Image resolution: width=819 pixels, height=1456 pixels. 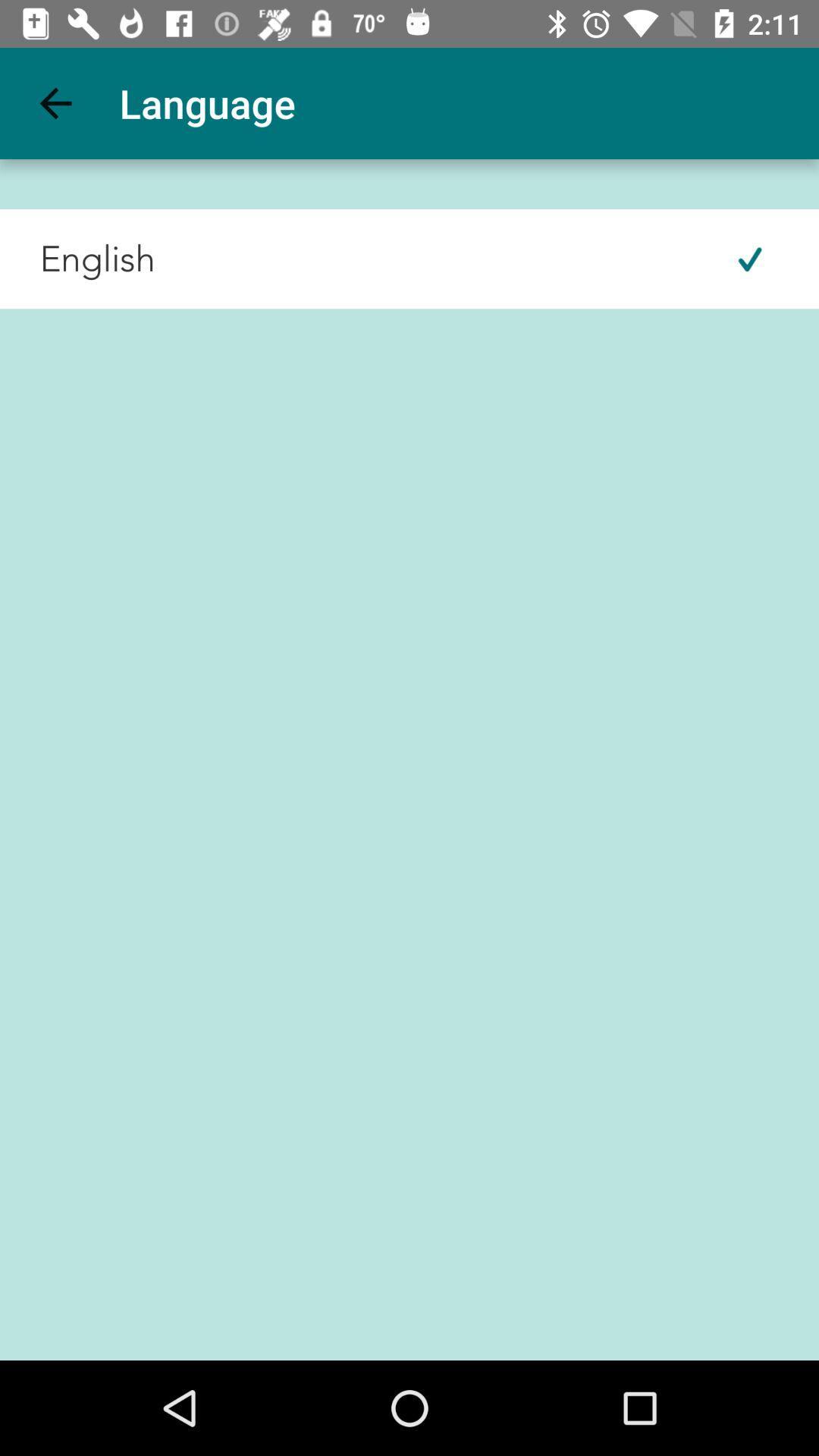 What do you see at coordinates (748, 259) in the screenshot?
I see `the icon next to the english icon` at bounding box center [748, 259].